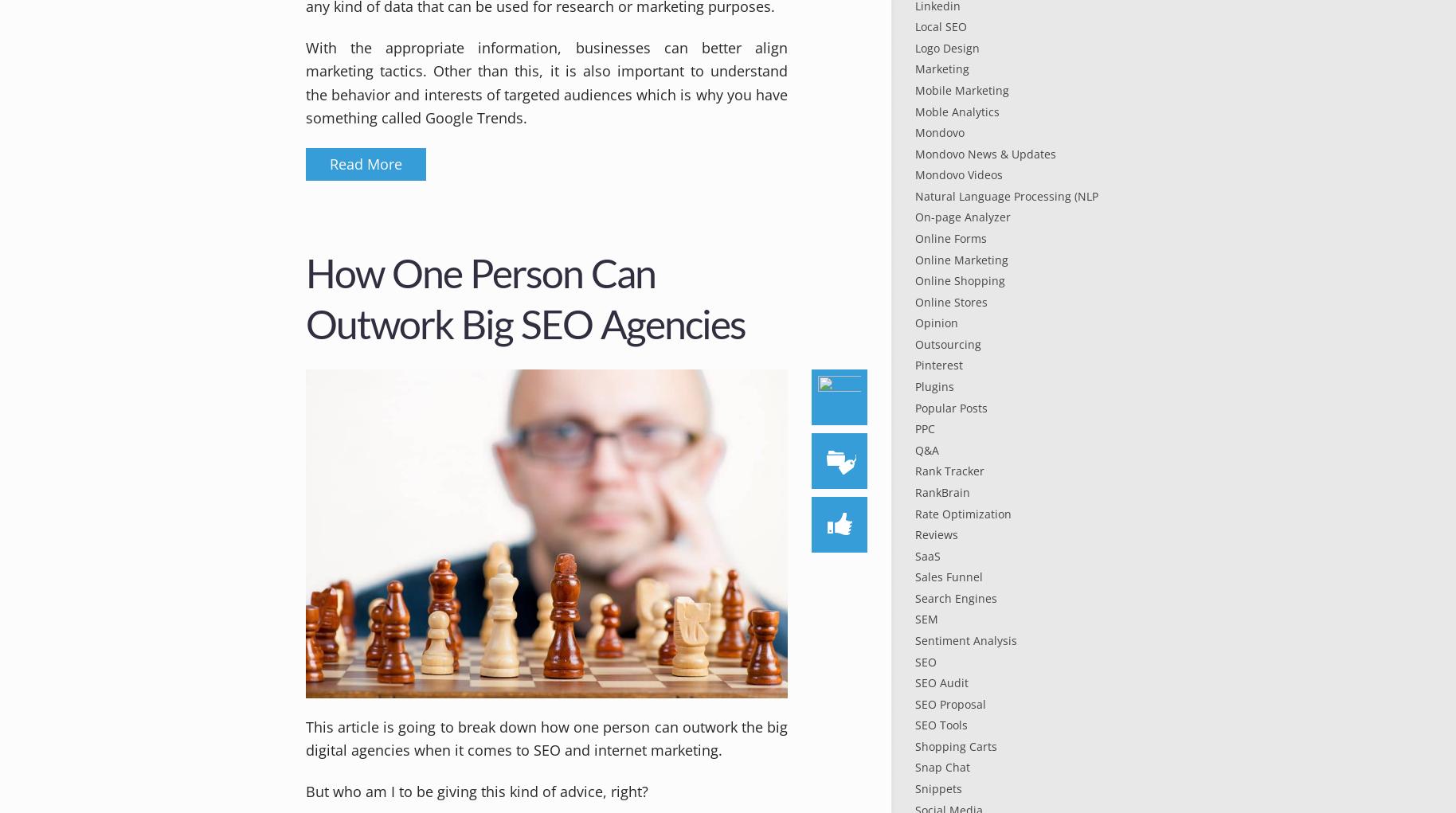  I want to click on 'Plugins', so click(933, 385).